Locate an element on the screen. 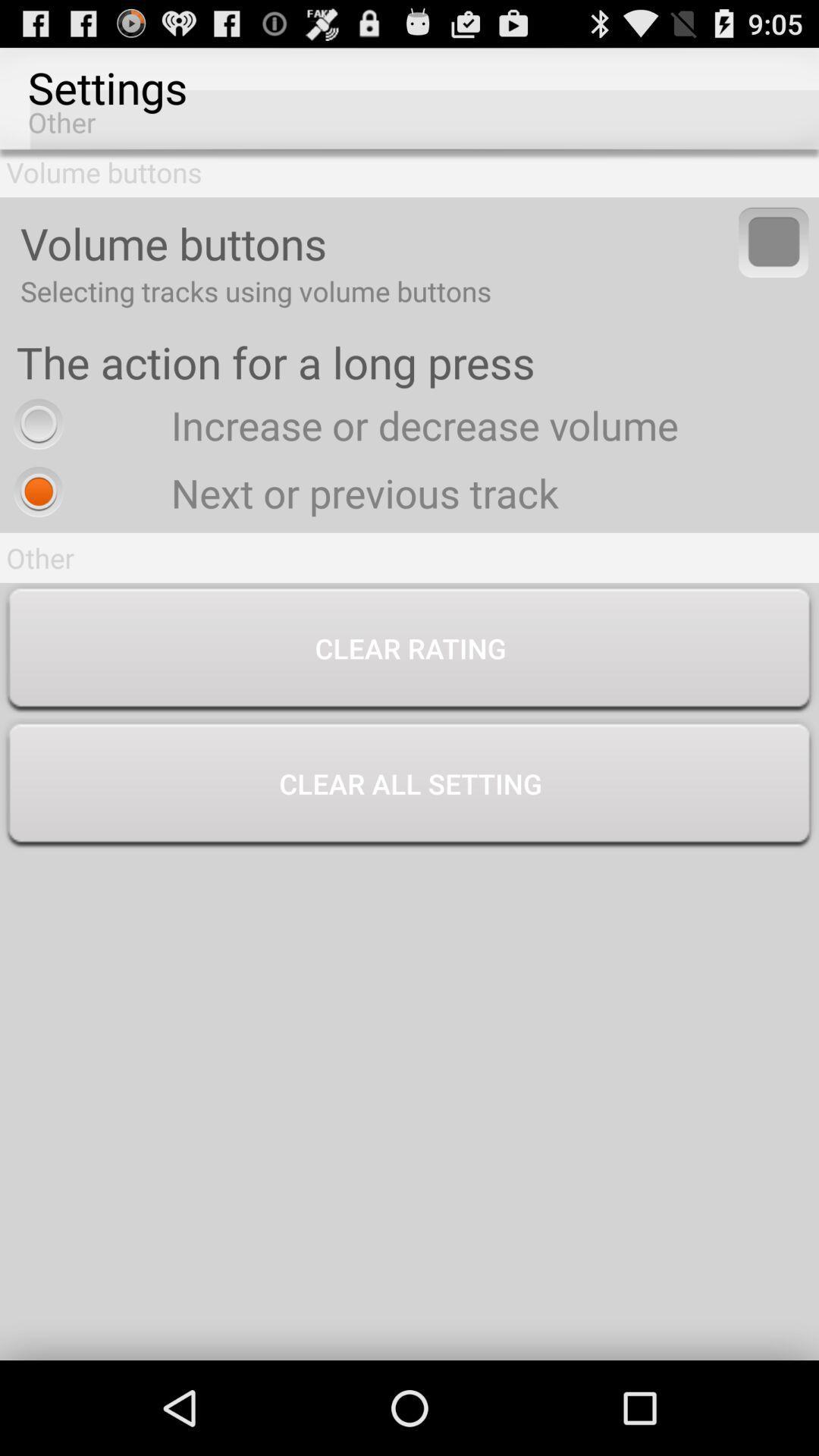  icon below the increase or decrease icon is located at coordinates (282, 492).